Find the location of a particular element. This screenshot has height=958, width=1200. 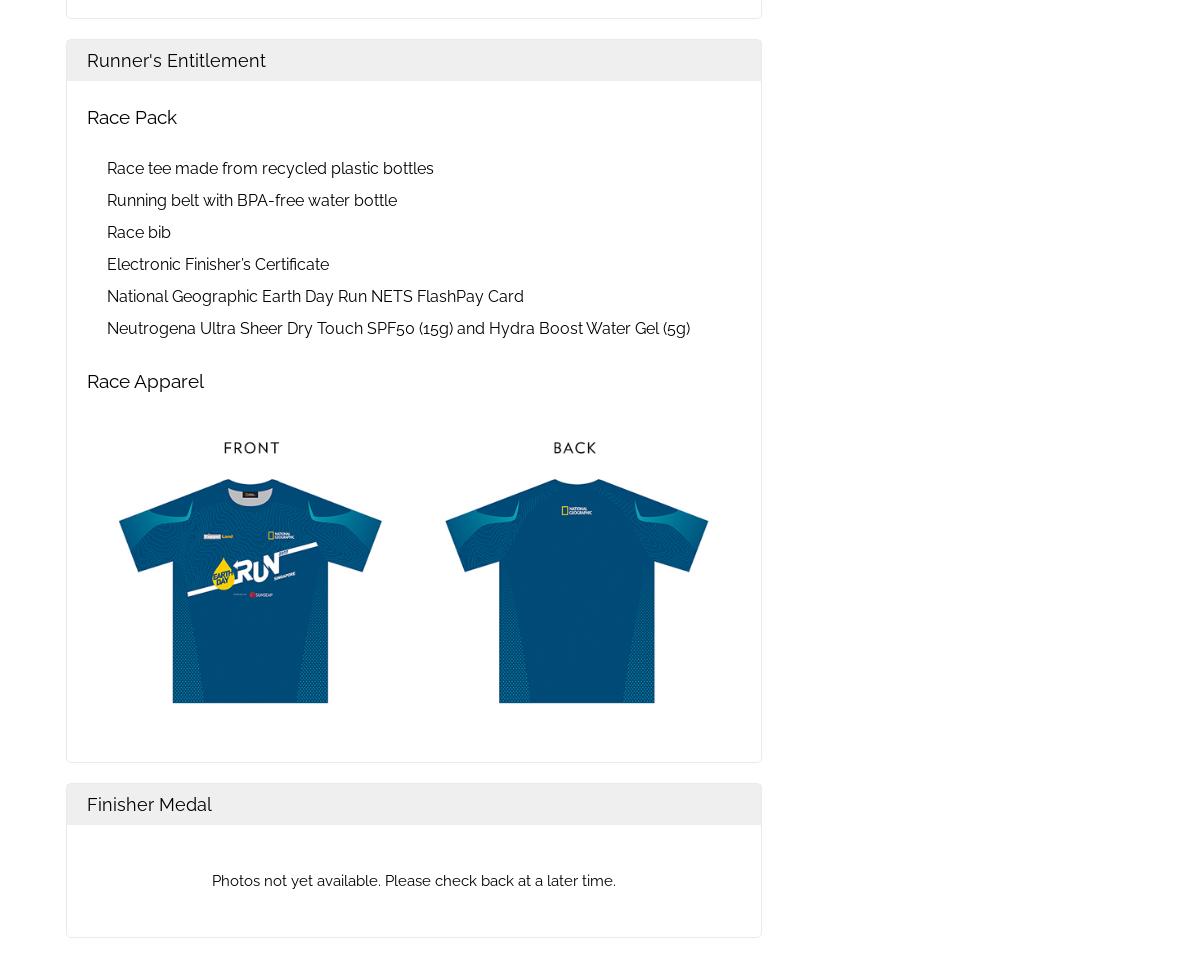

'Electronic Finisher’s Certificate' is located at coordinates (217, 264).